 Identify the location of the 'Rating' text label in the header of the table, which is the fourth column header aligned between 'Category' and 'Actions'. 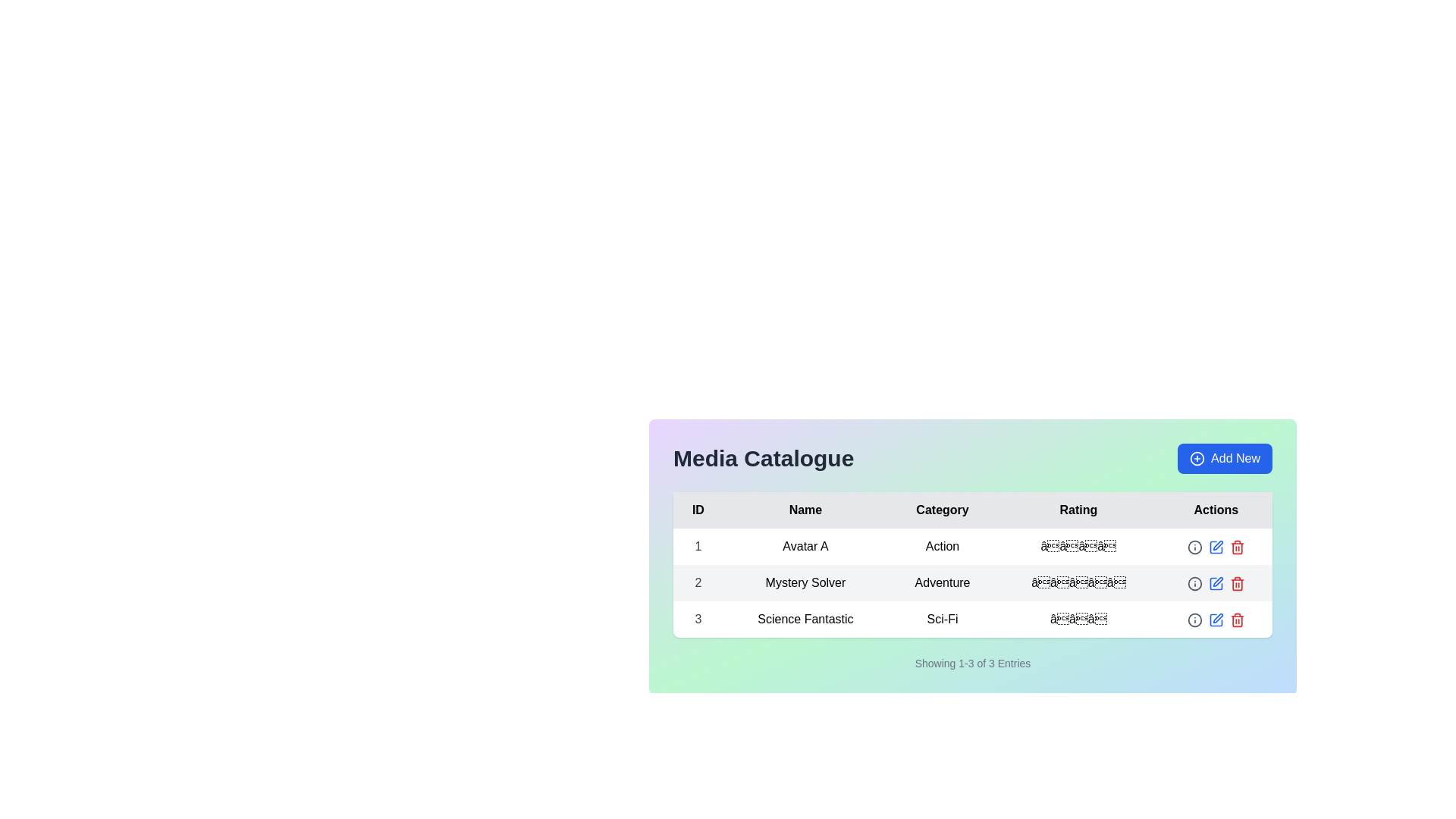
(1078, 510).